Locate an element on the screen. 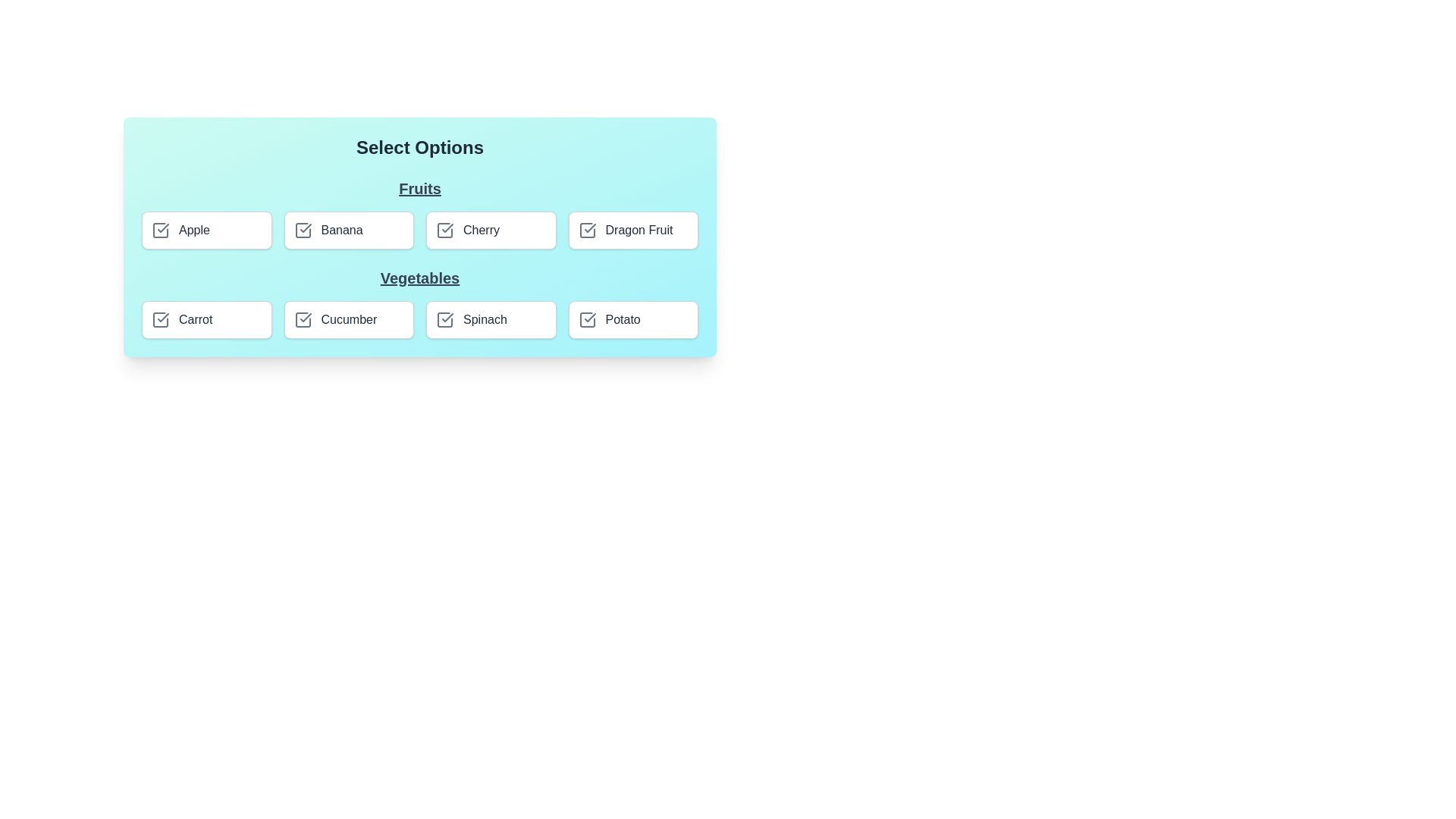  the text label 'Cherry' displayed in bold font and medium gray color, located within the third box of the 'Fruits' category is located at coordinates (480, 231).